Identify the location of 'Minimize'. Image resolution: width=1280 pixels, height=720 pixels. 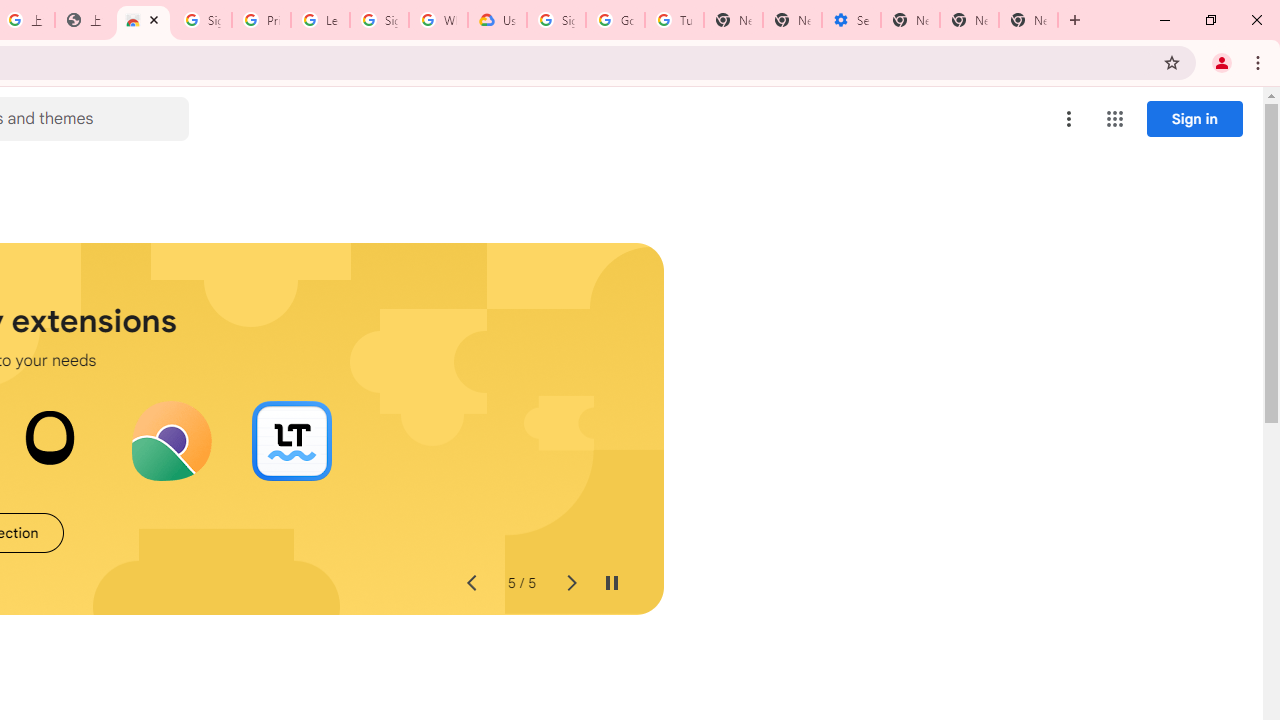
(1165, 20).